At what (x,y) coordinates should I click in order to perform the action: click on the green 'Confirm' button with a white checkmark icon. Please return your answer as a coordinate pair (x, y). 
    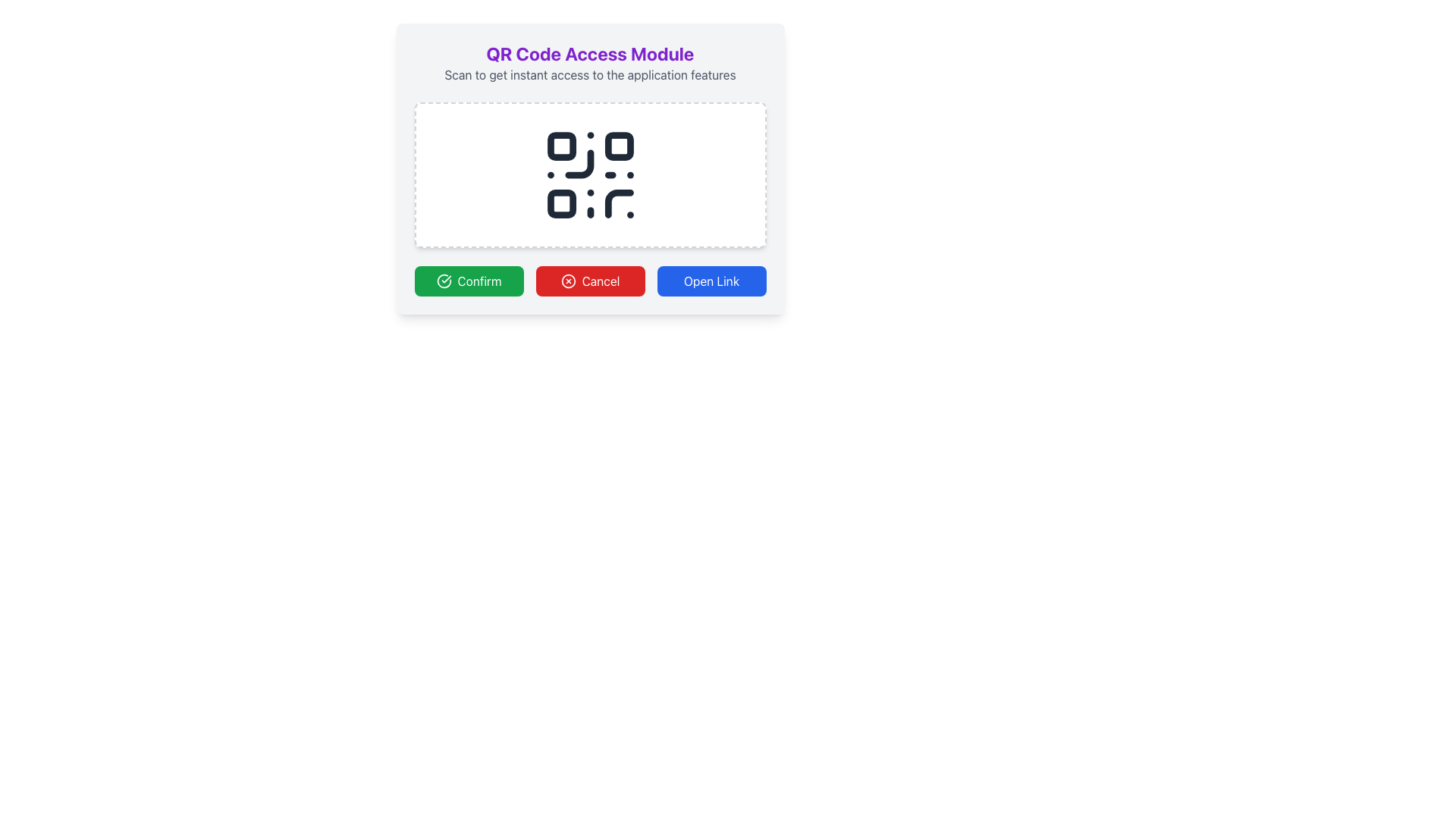
    Looking at the image, I should click on (468, 281).